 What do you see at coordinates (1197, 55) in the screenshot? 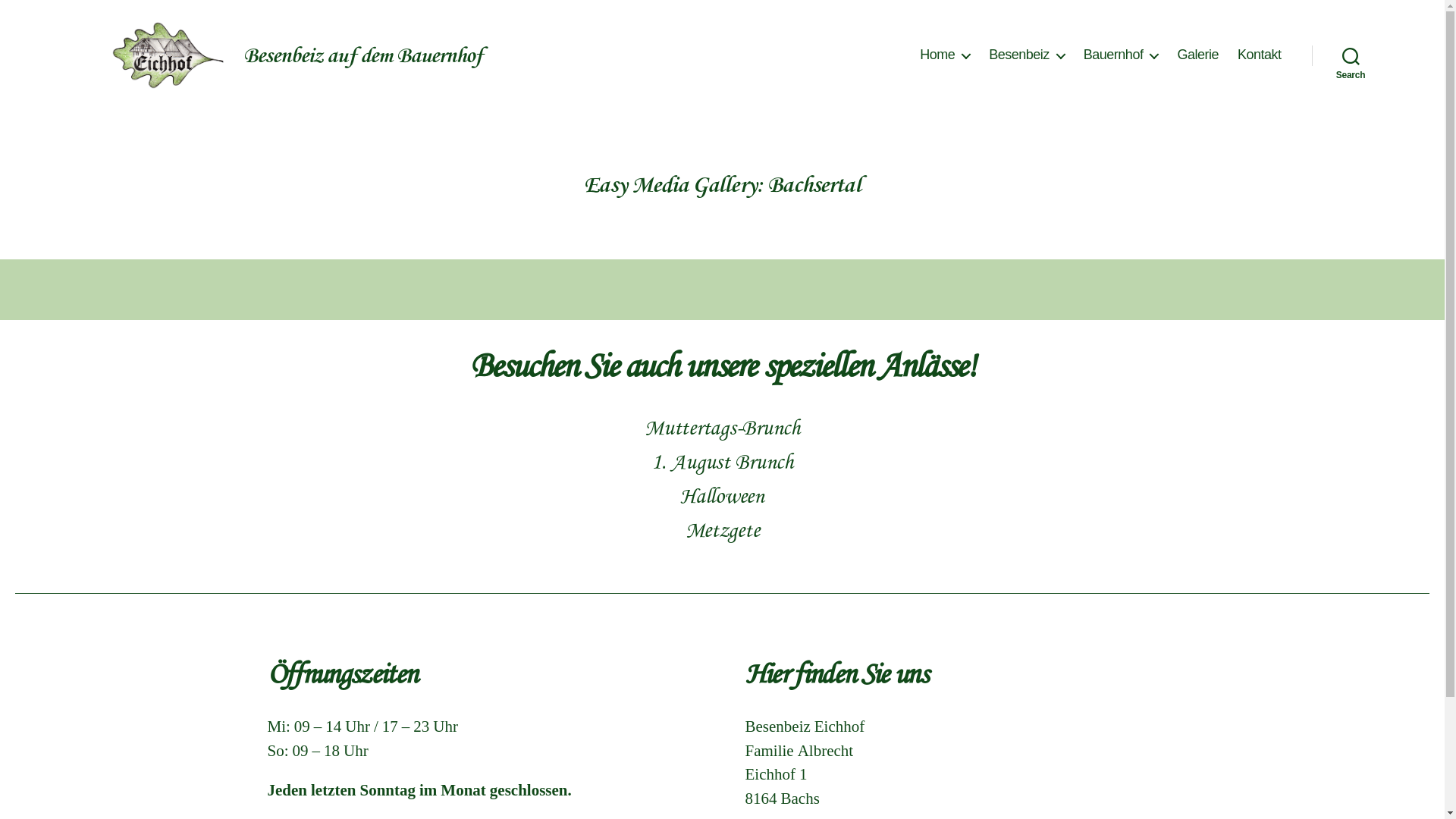
I see `'Galerie'` at bounding box center [1197, 55].